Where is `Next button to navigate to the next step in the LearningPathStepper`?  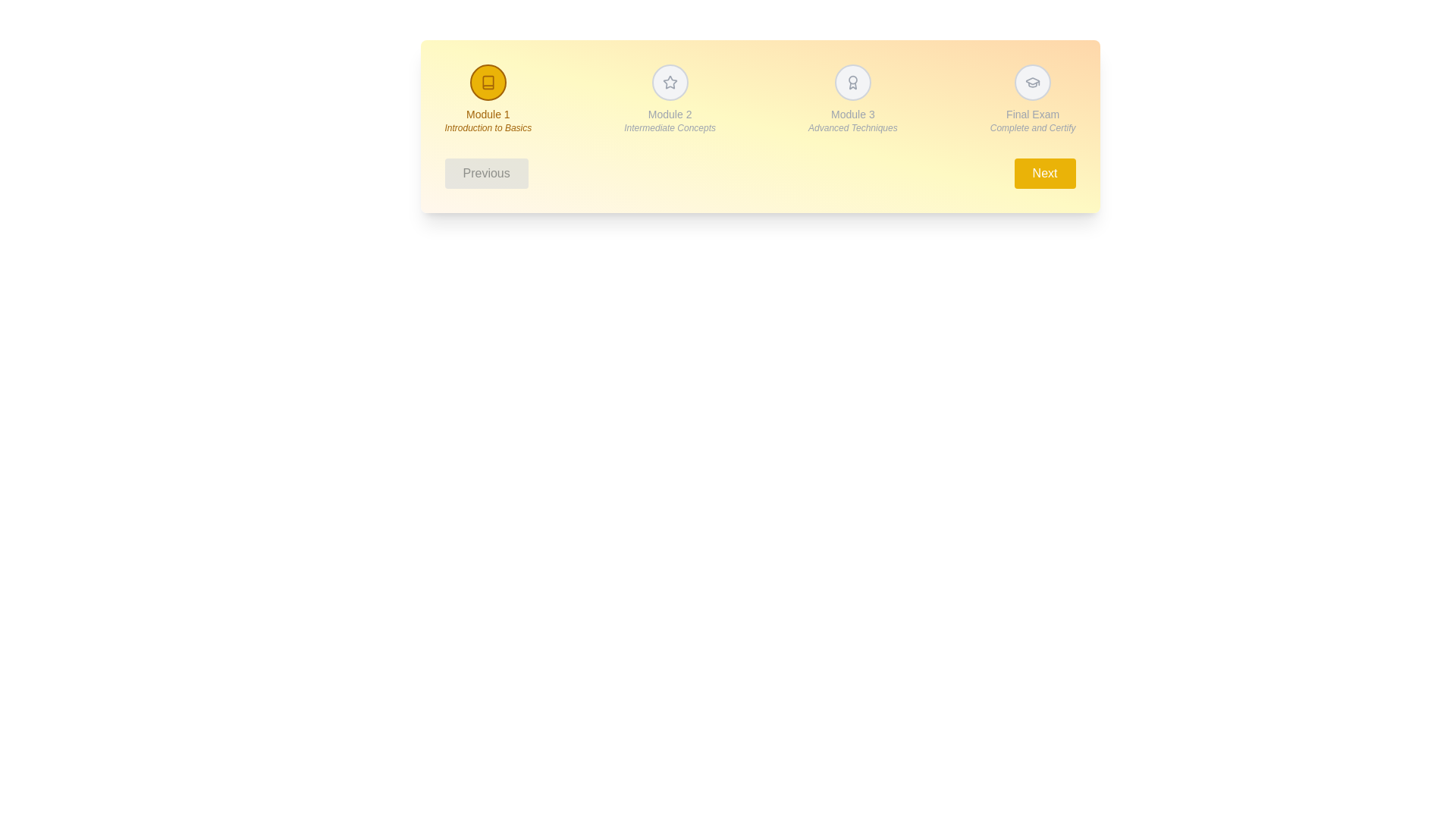
Next button to navigate to the next step in the LearningPathStepper is located at coordinates (1043, 172).